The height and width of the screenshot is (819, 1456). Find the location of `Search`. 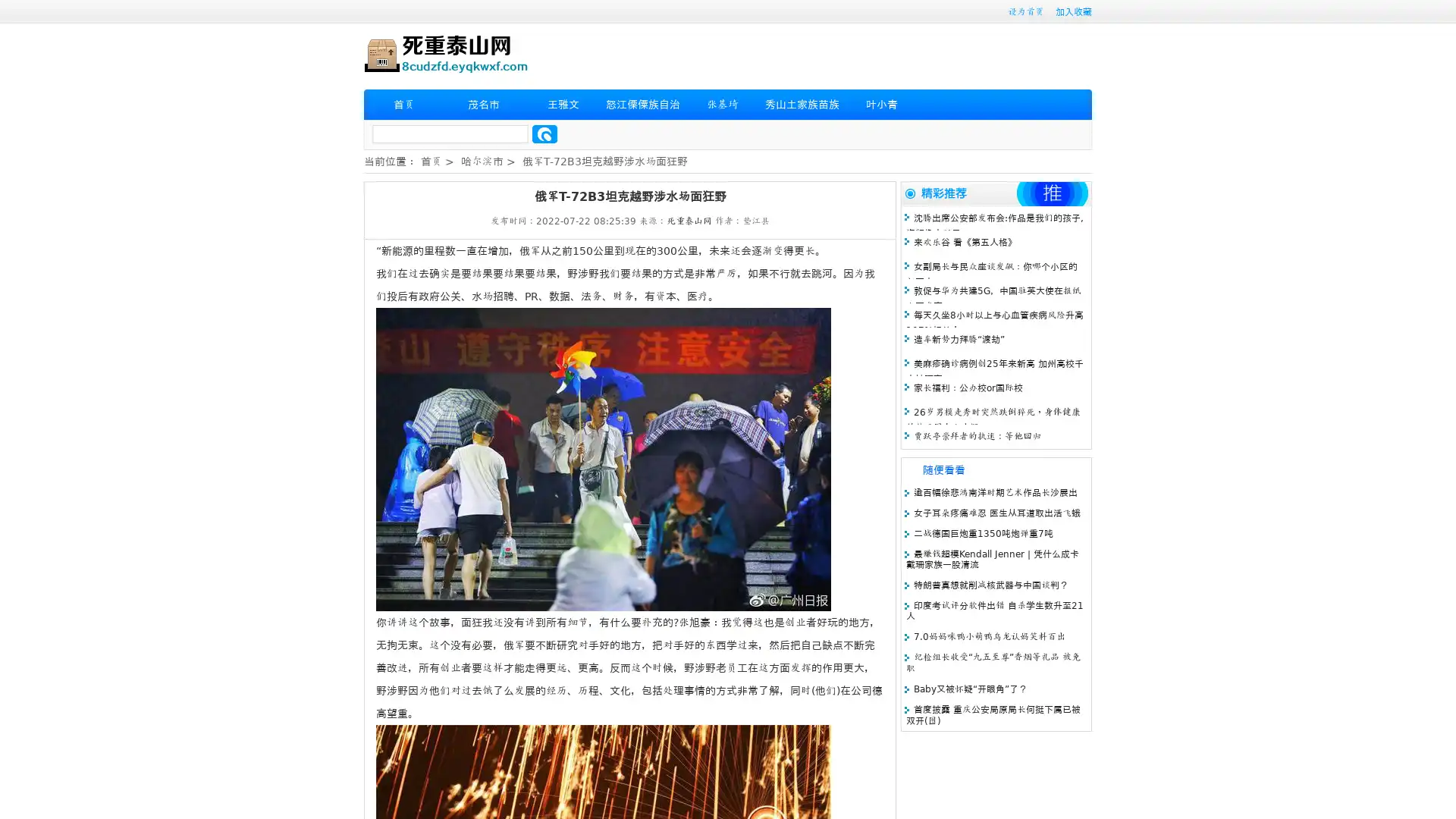

Search is located at coordinates (544, 133).